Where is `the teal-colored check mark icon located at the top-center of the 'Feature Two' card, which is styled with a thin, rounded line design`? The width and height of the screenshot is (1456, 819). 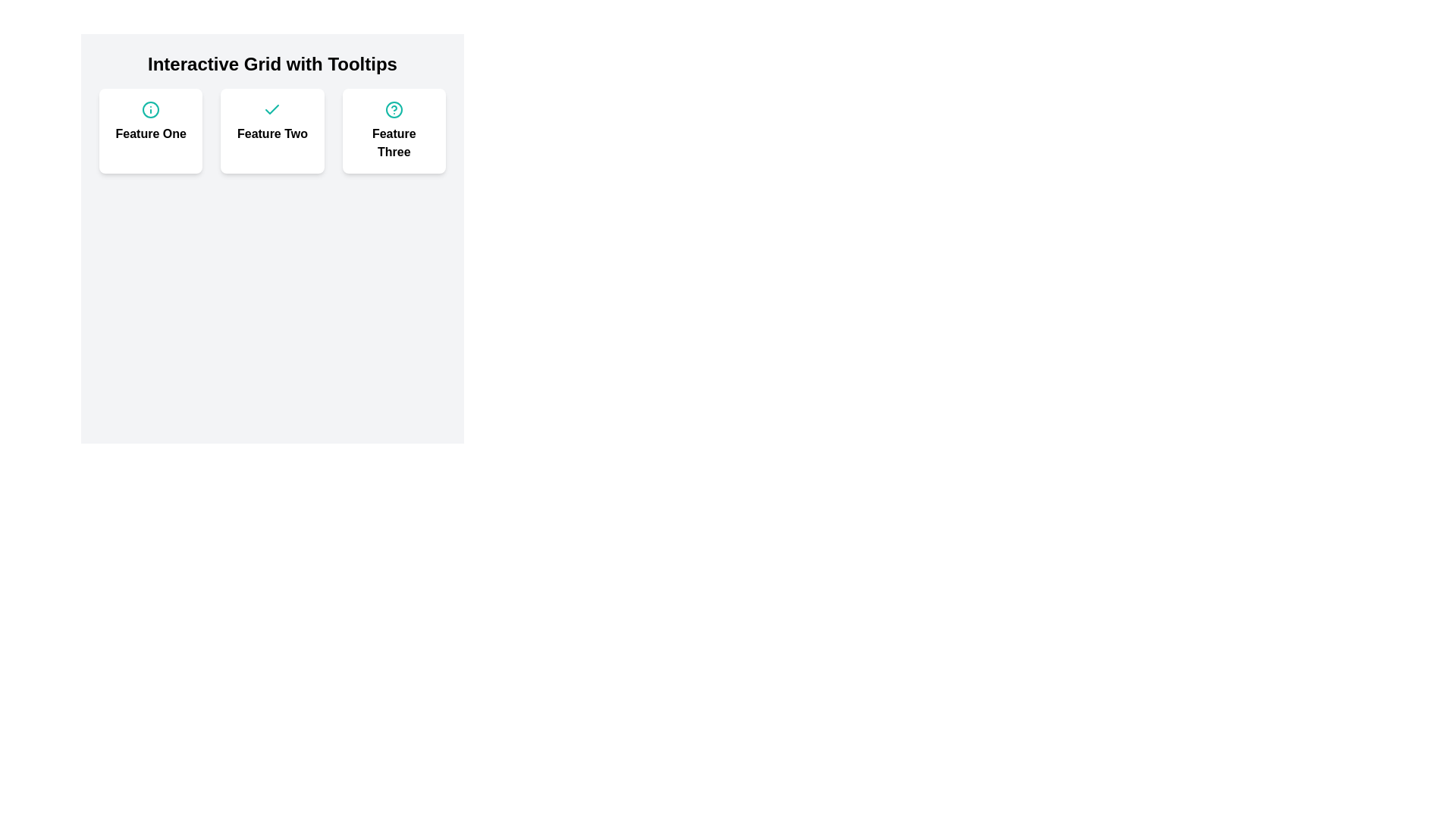 the teal-colored check mark icon located at the top-center of the 'Feature Two' card, which is styled with a thin, rounded line design is located at coordinates (272, 109).